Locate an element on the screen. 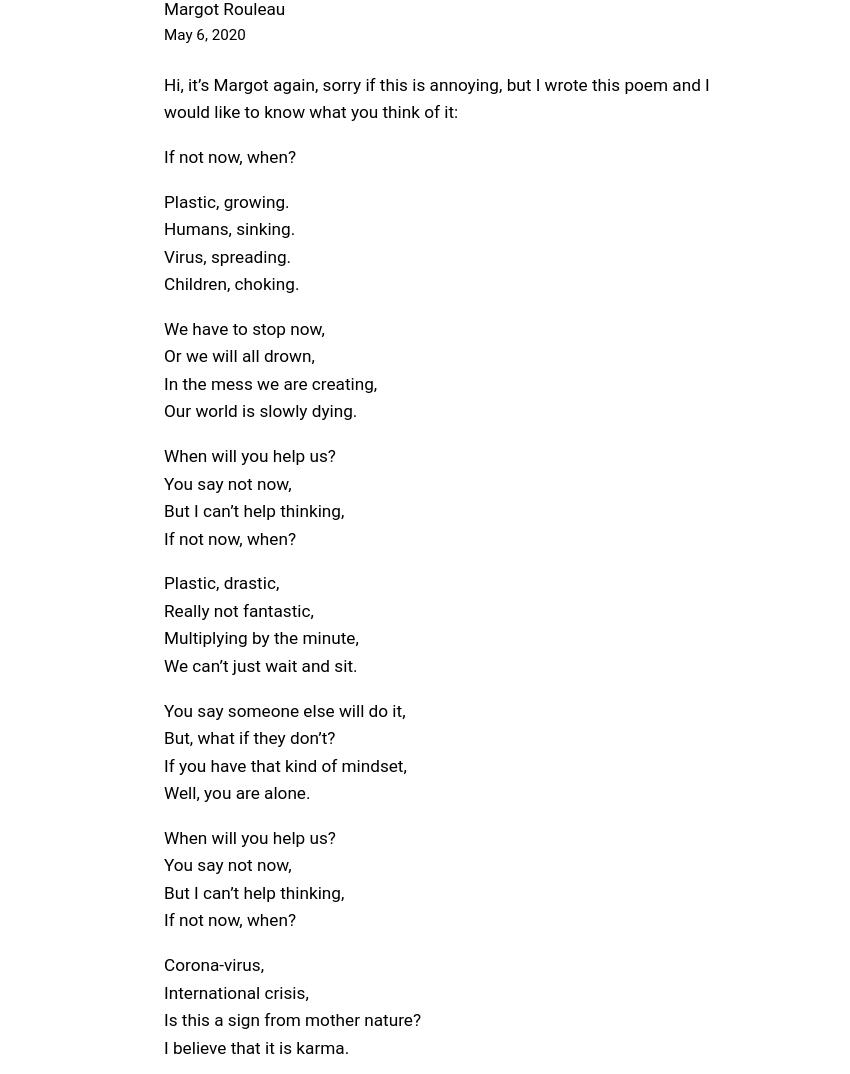 The width and height of the screenshot is (850, 1074). 'Well, you are alone.' is located at coordinates (236, 792).